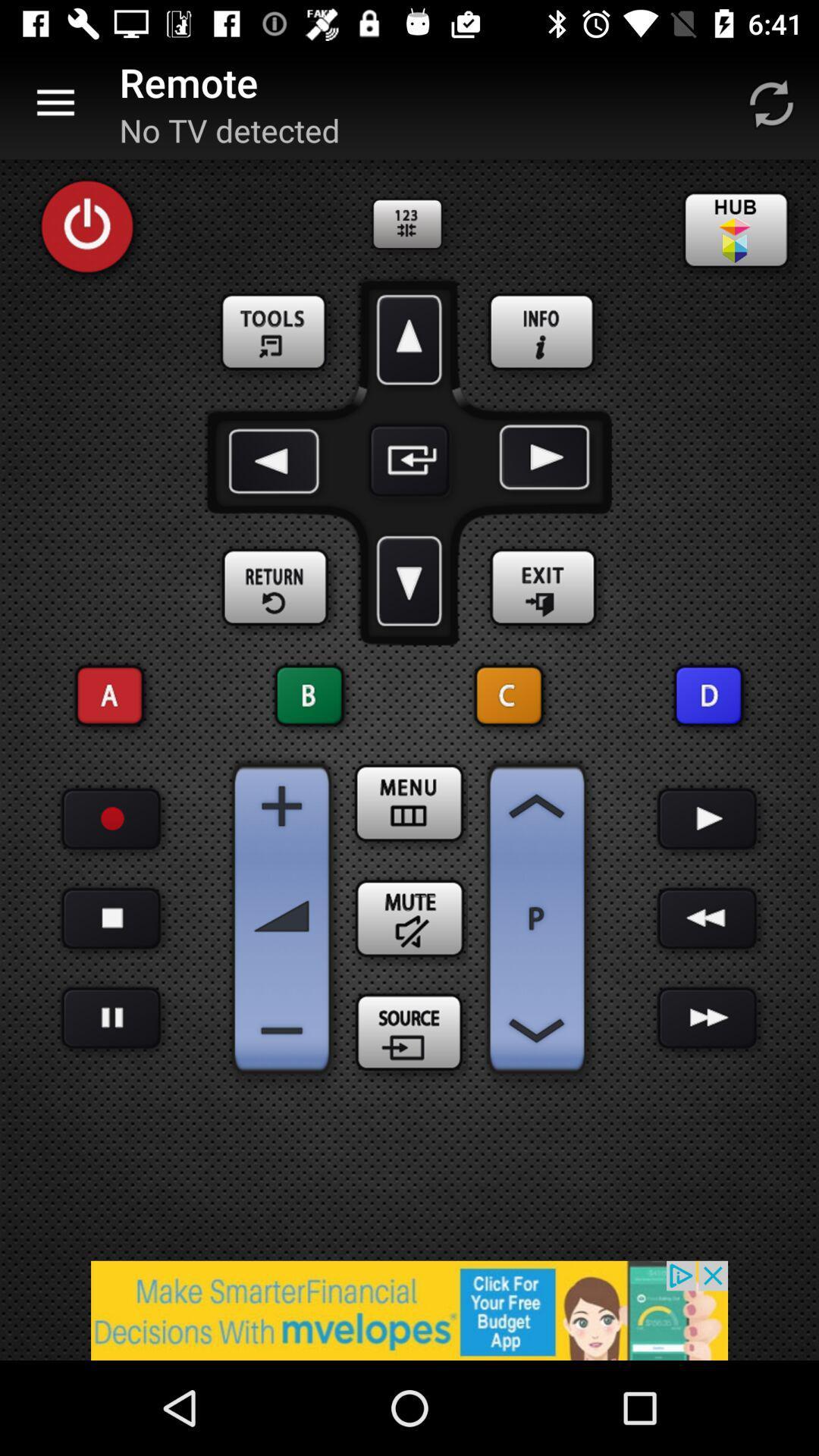 This screenshot has height=1456, width=819. I want to click on move forward, so click(409, 339).